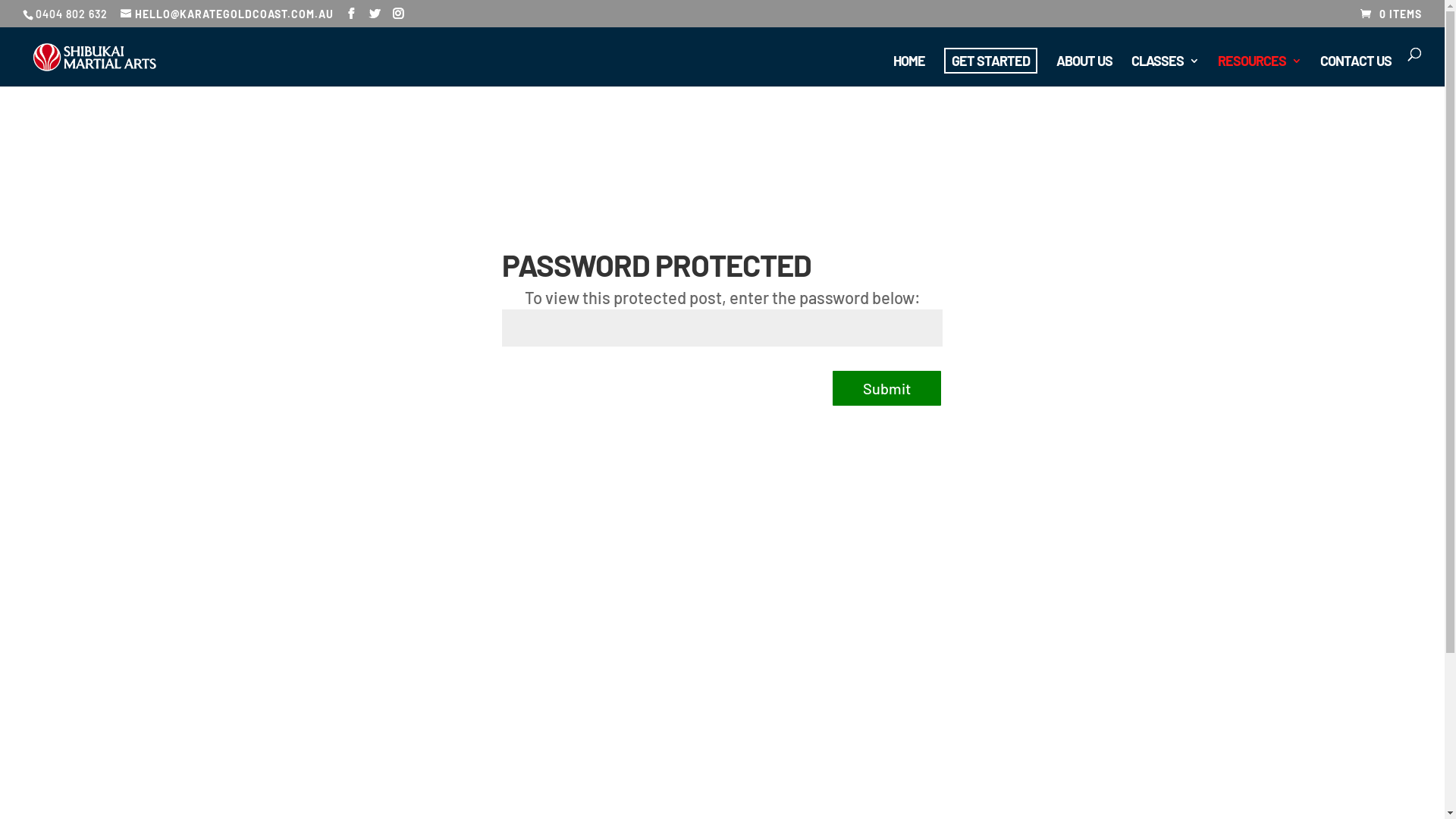 This screenshot has width=1456, height=819. I want to click on 'CONTACT US', so click(1355, 71).